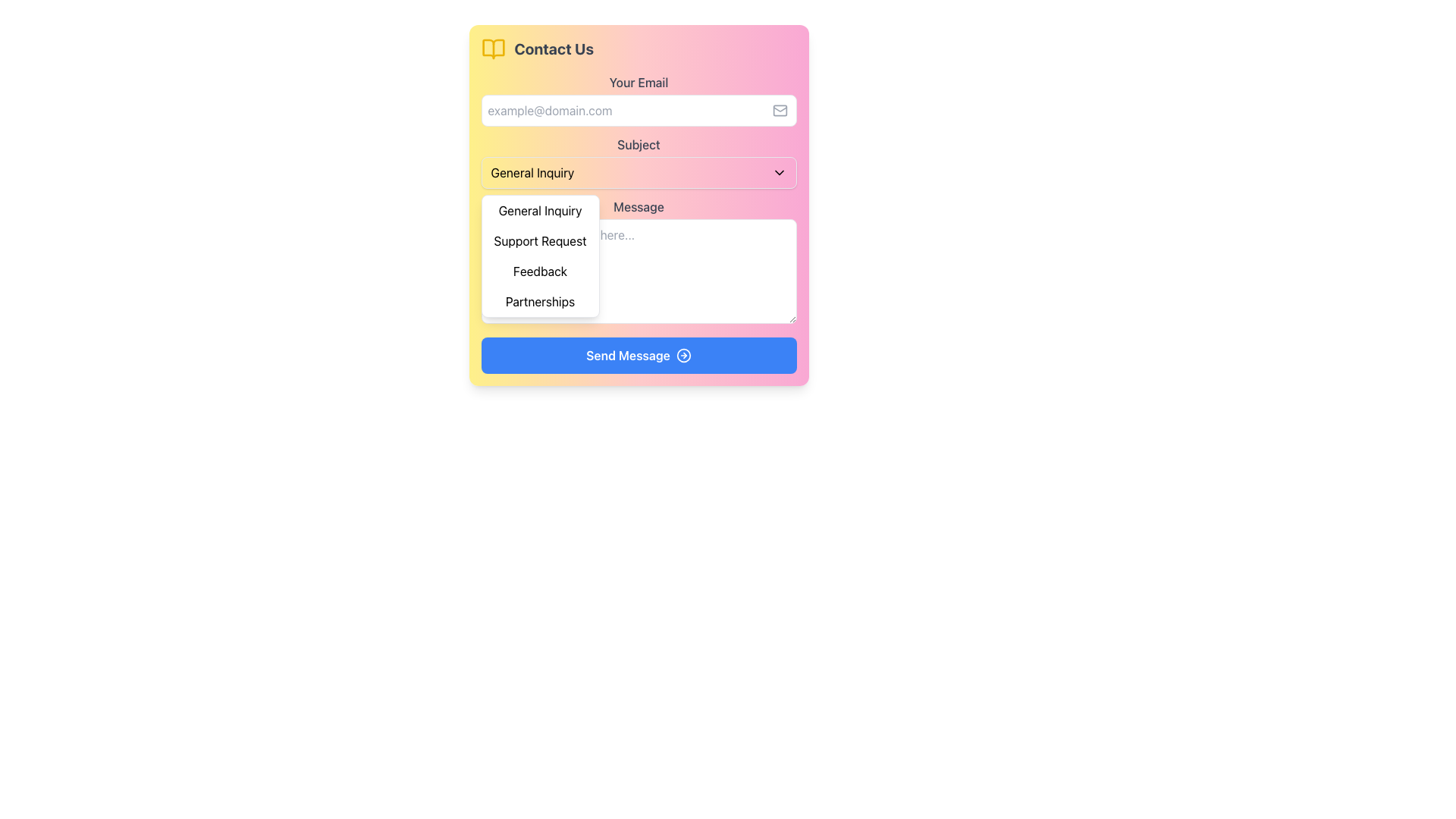 The width and height of the screenshot is (1456, 819). I want to click on the 'General Inquiry' menu item, so click(540, 210).